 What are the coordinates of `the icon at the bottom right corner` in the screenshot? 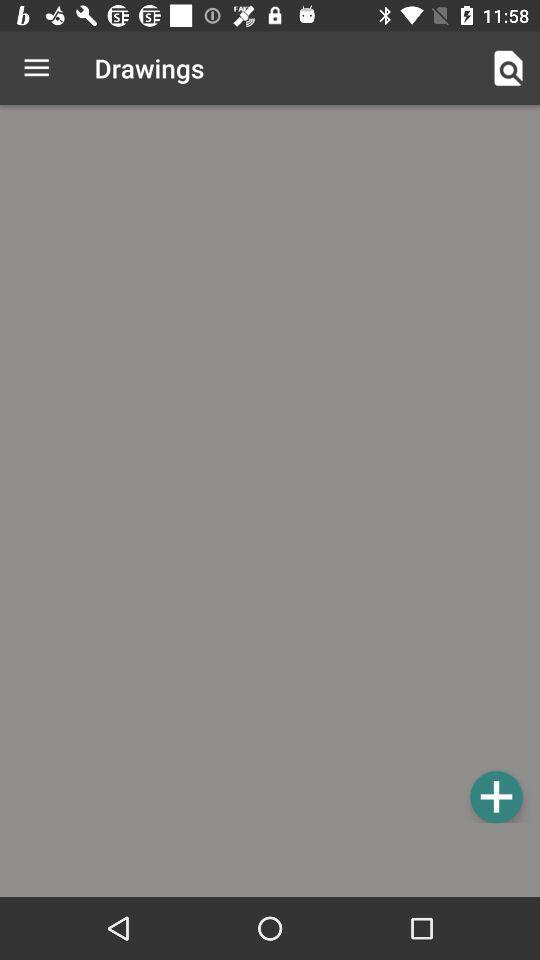 It's located at (495, 796).